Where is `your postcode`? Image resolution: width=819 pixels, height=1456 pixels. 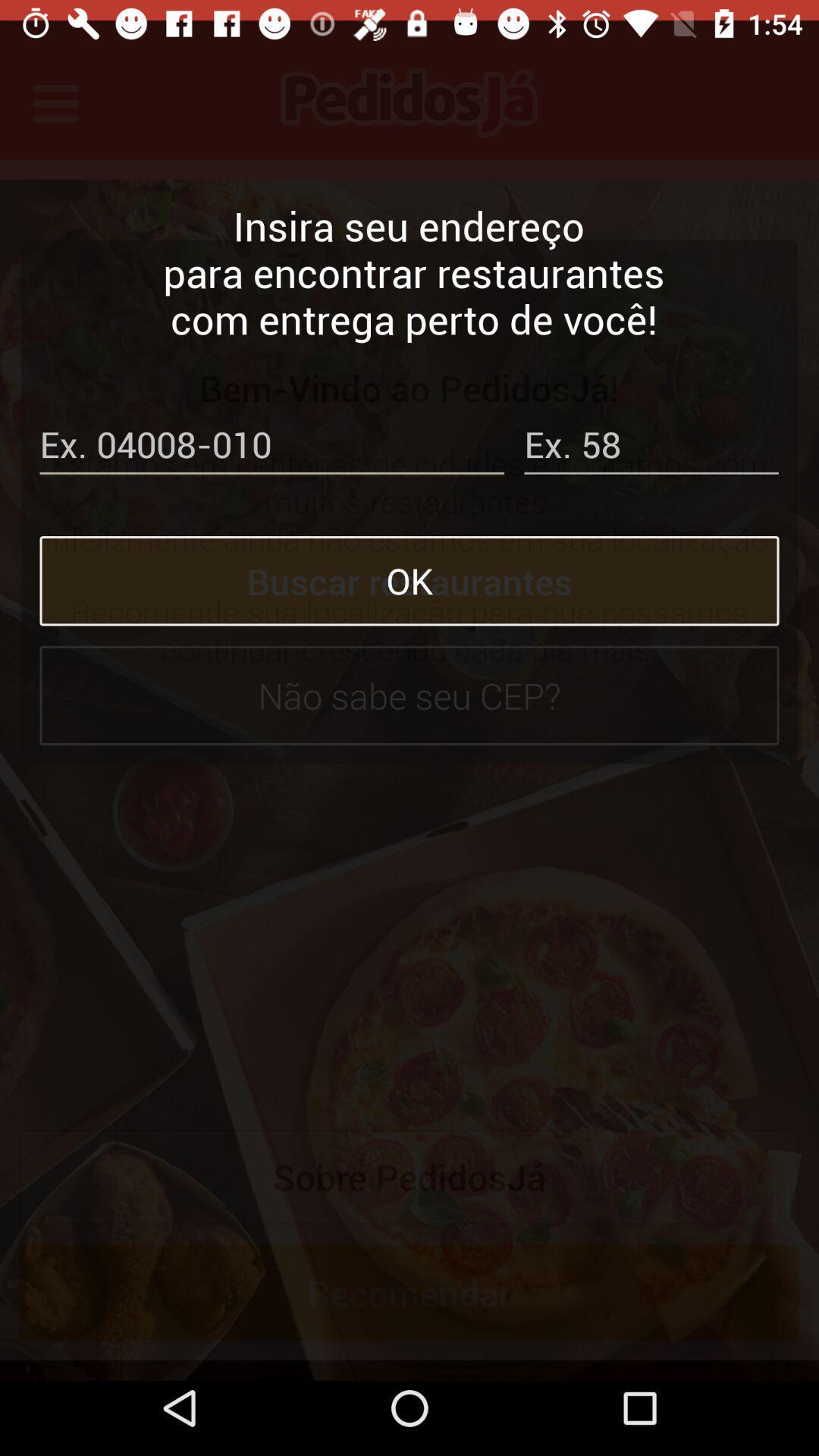 your postcode is located at coordinates (271, 427).